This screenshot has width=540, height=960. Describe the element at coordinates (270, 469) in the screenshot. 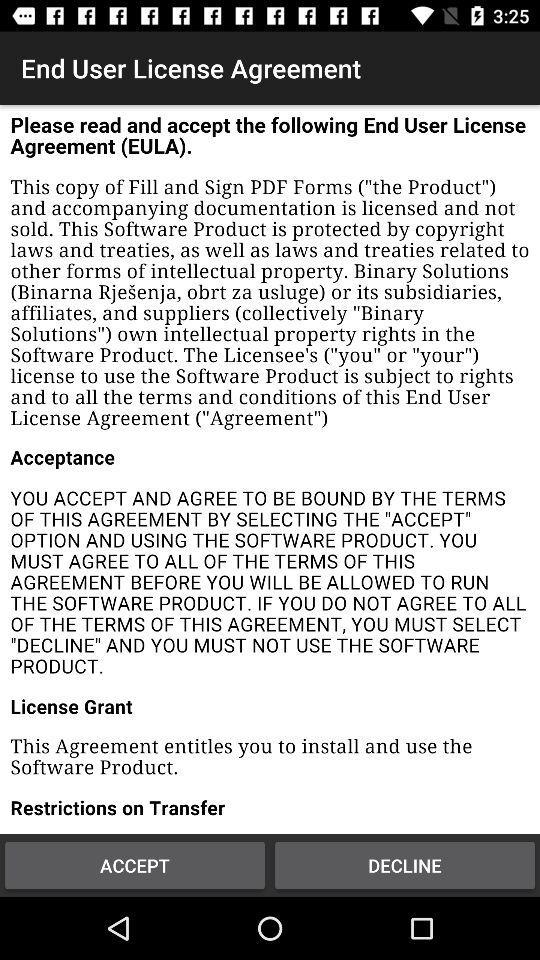

I see `advertisement page` at that location.